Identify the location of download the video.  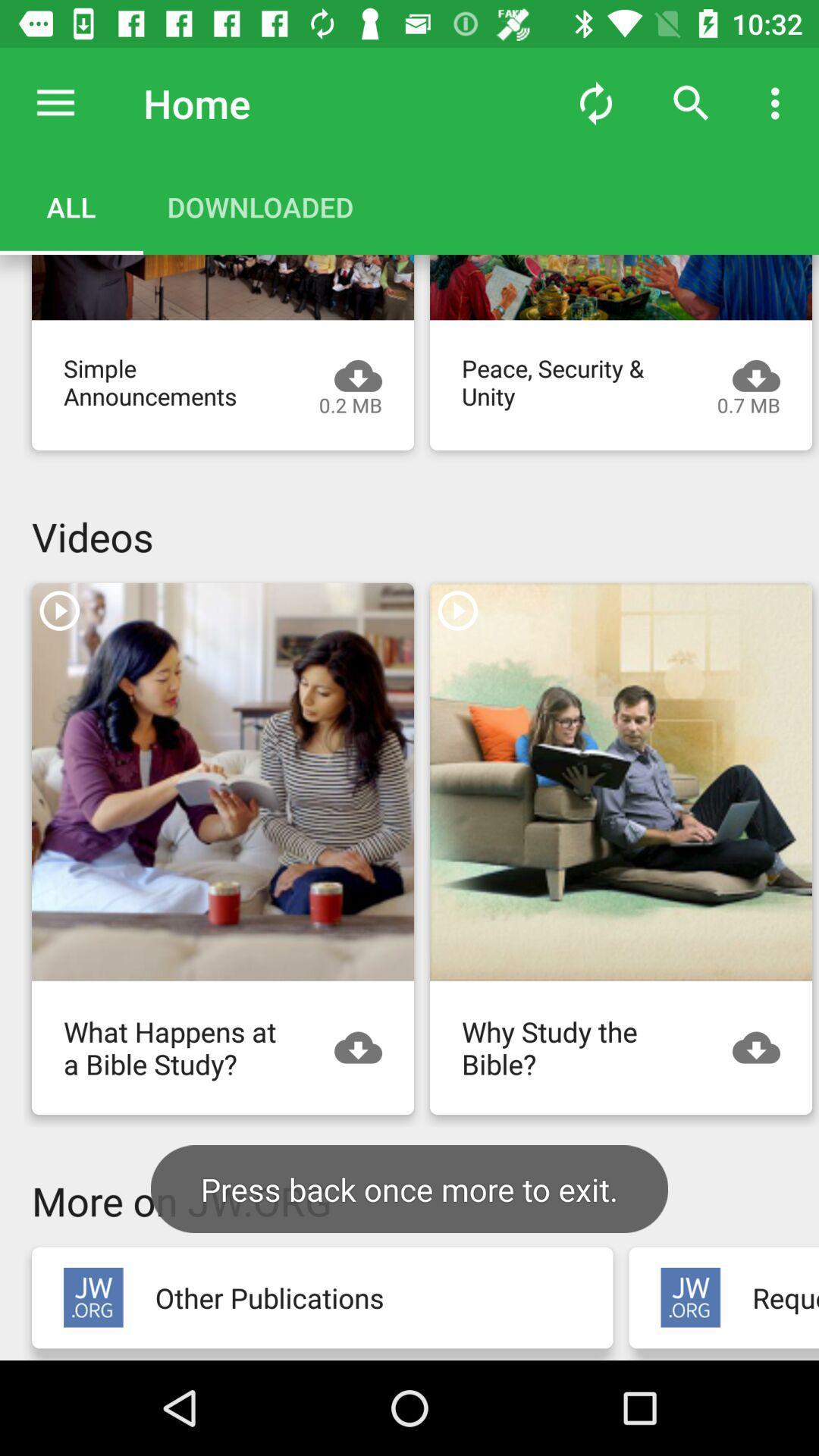
(620, 287).